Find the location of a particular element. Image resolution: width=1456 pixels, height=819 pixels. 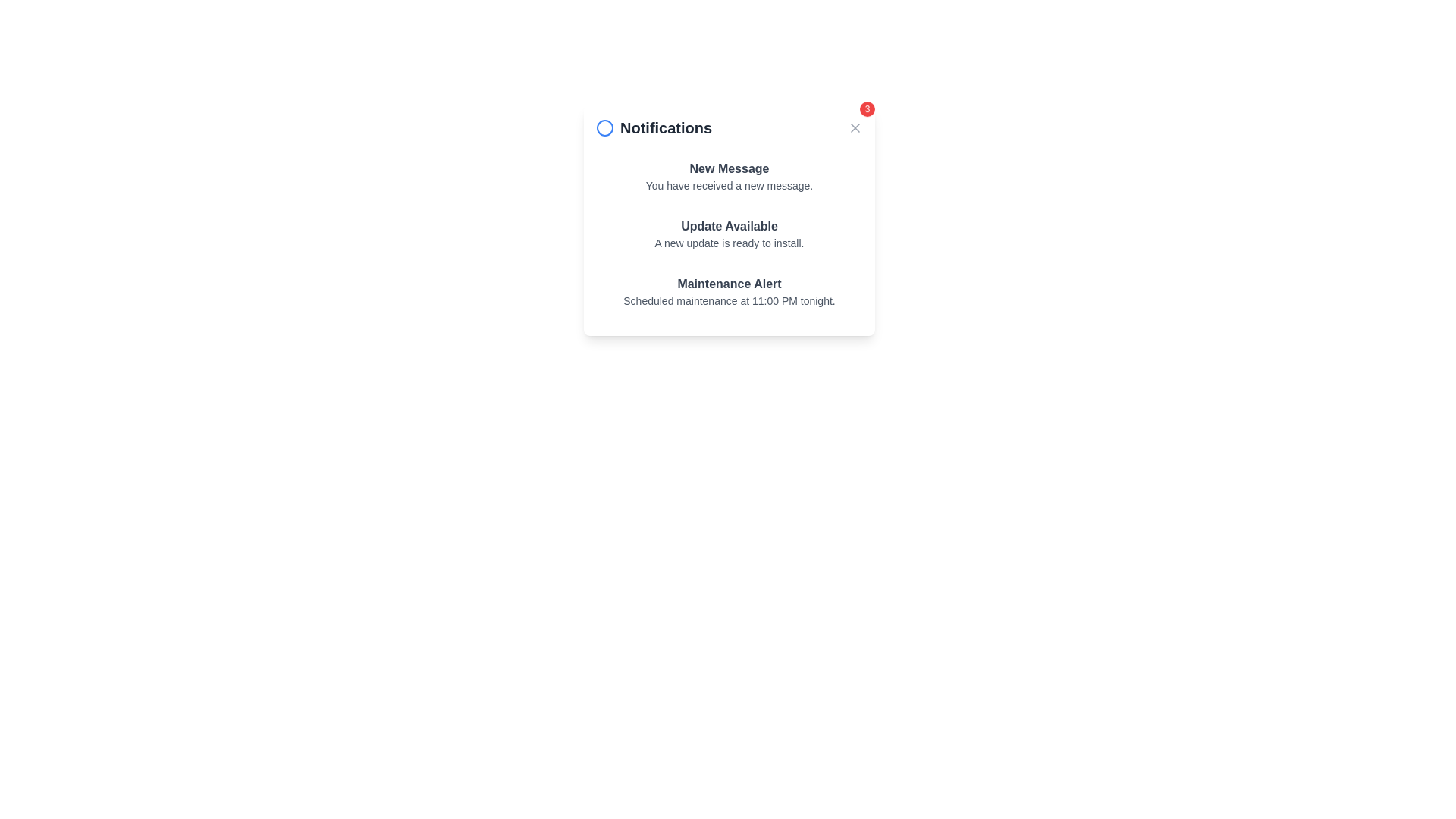

the informational notification component titled 'Maintenance Alert', which features a bold title and gray text, located as the third item in the notification list is located at coordinates (729, 292).